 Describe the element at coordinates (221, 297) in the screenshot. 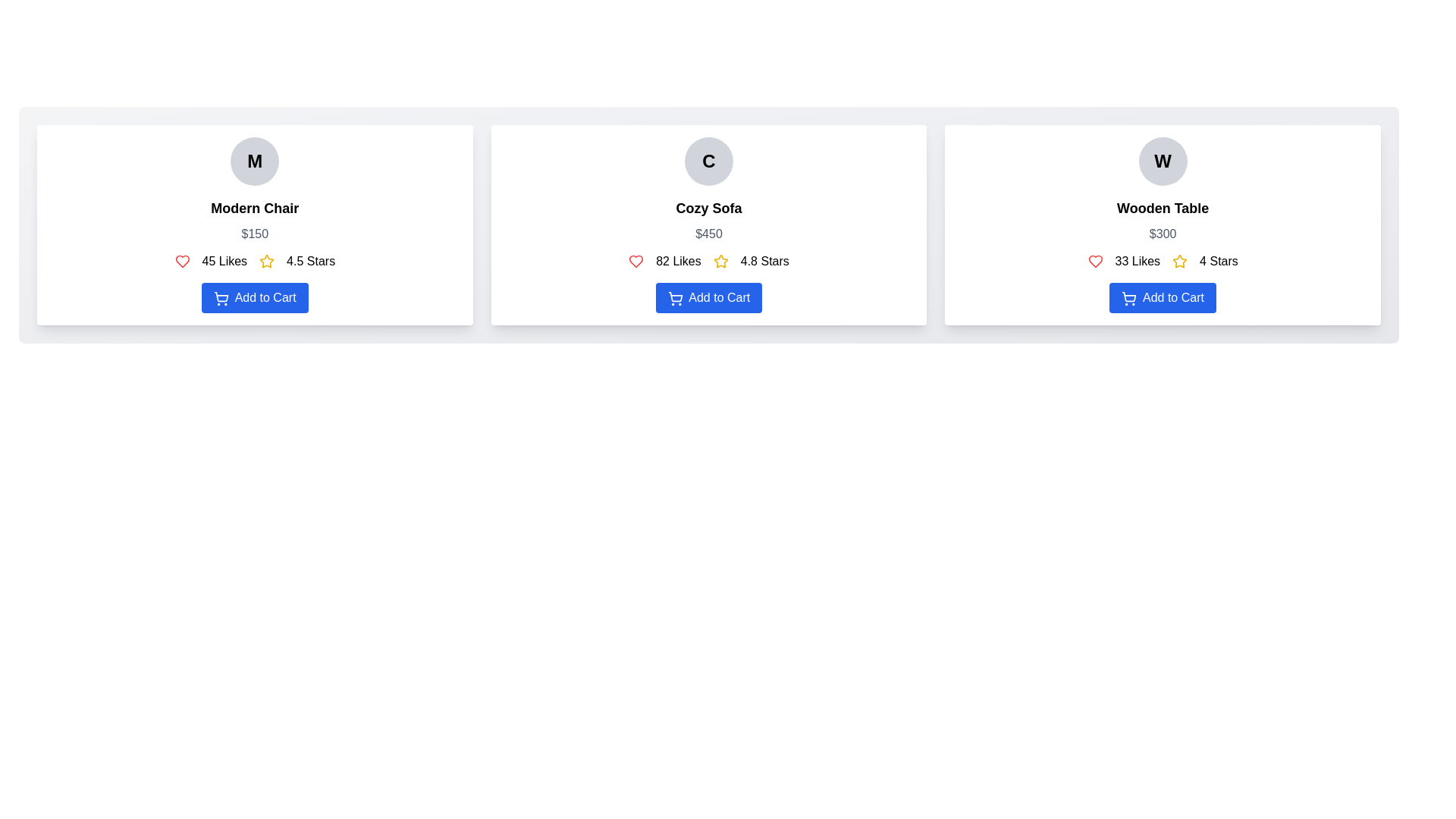

I see `the blue shopping cart icon located above the 'Add to Cart' button in the 'Modern Chair' card` at that location.